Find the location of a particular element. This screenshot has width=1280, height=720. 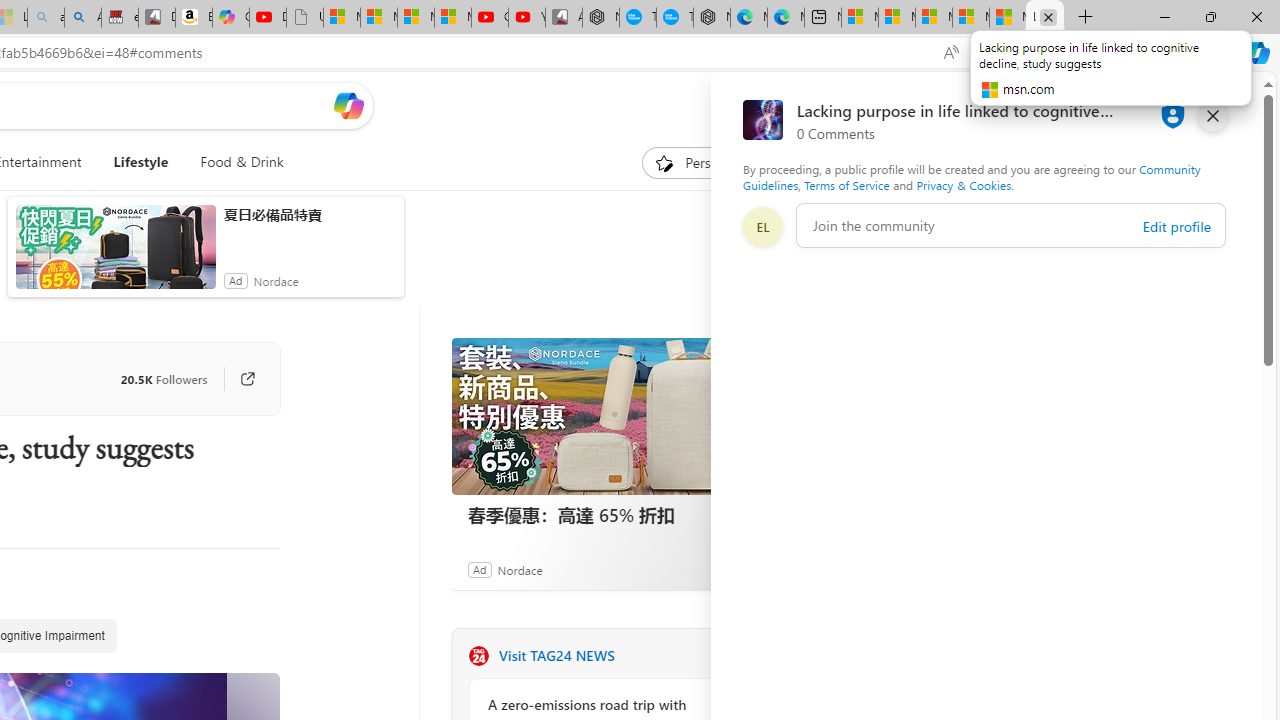

'Go to publisher' is located at coordinates (237, 379).